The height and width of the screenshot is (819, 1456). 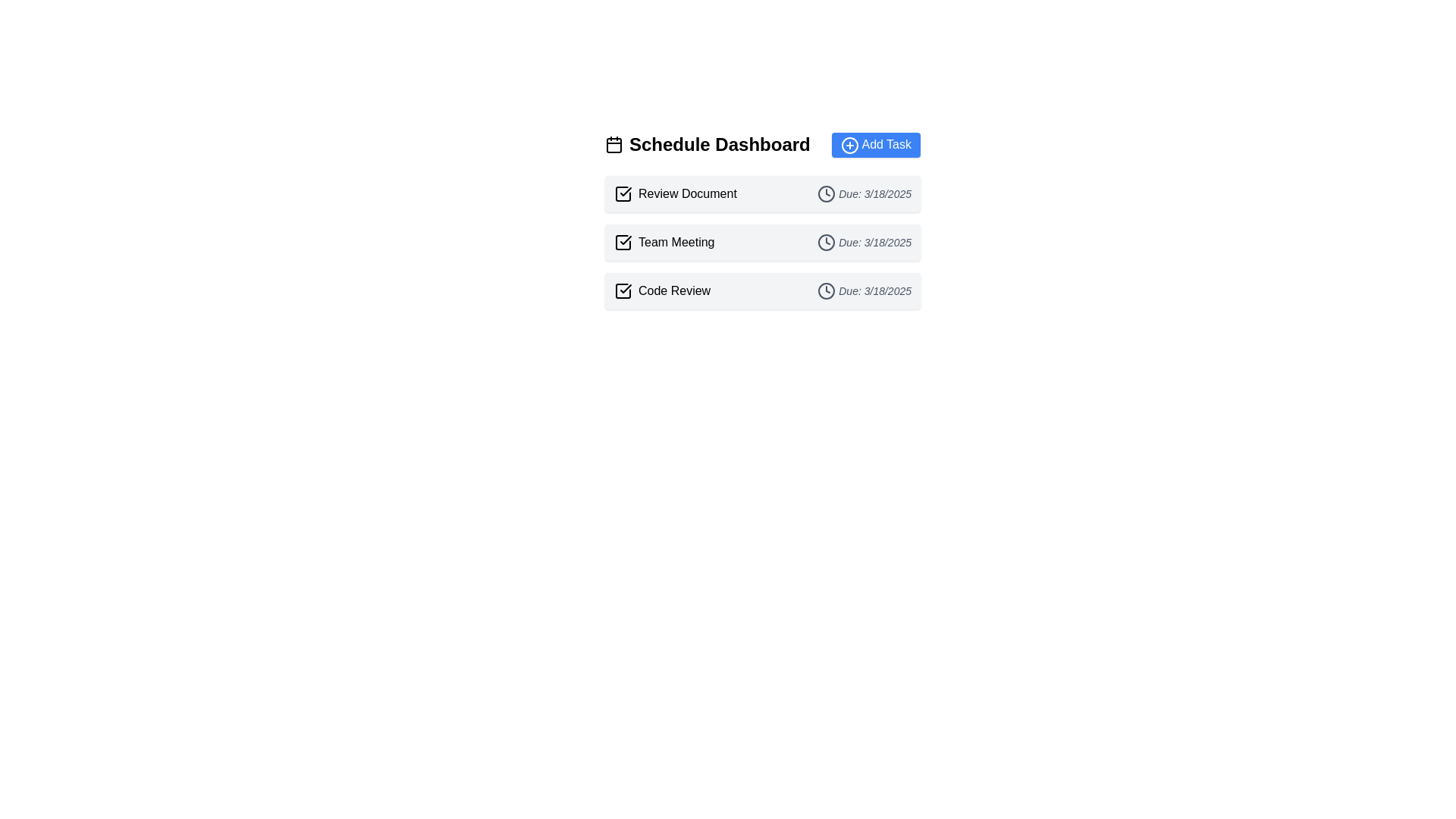 What do you see at coordinates (626, 239) in the screenshot?
I see `checkmark icon representing the selected or completed state of the second task in the vertical column of task items` at bounding box center [626, 239].